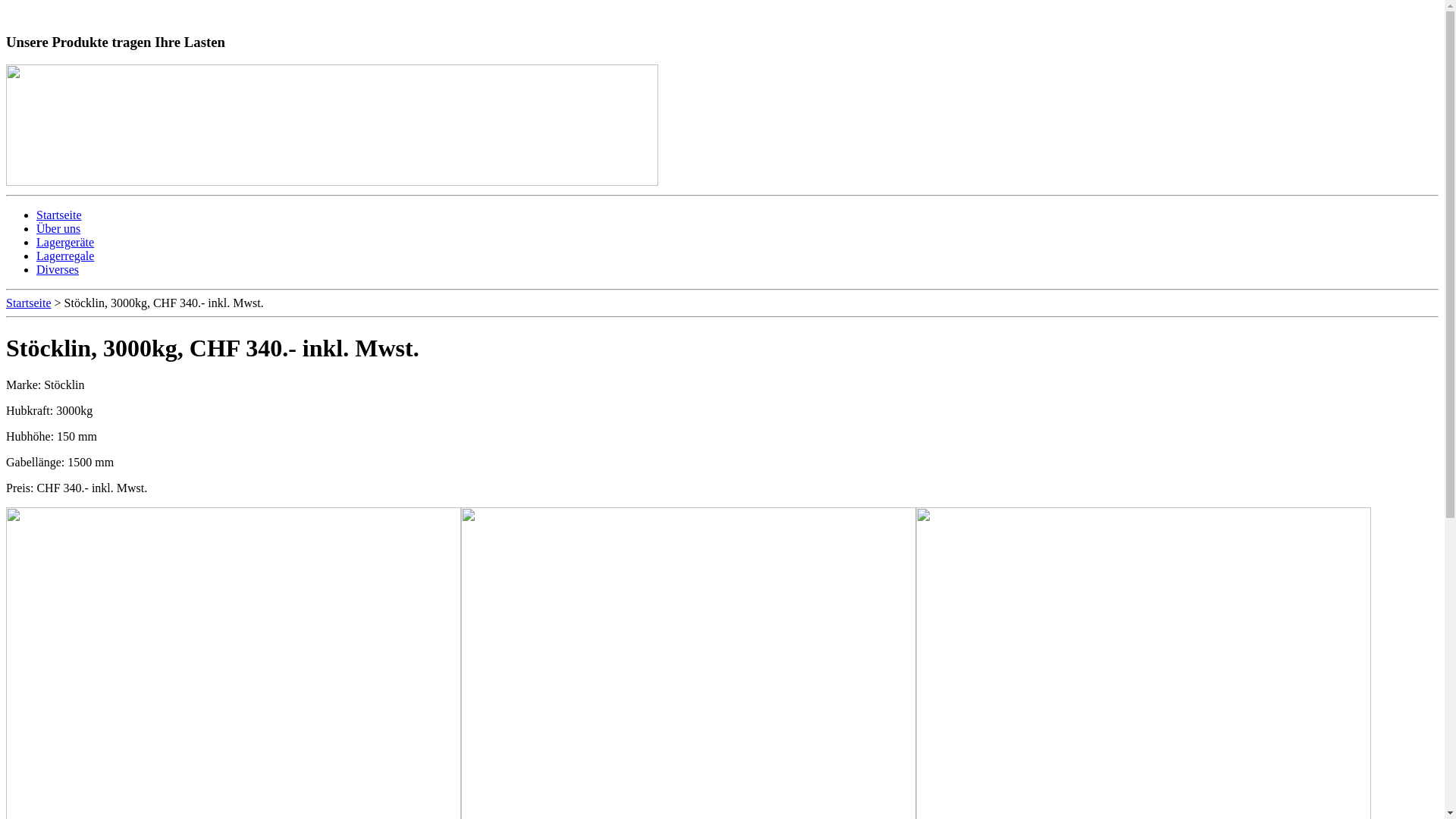  Describe the element at coordinates (64, 255) in the screenshot. I see `'Lagerregale'` at that location.